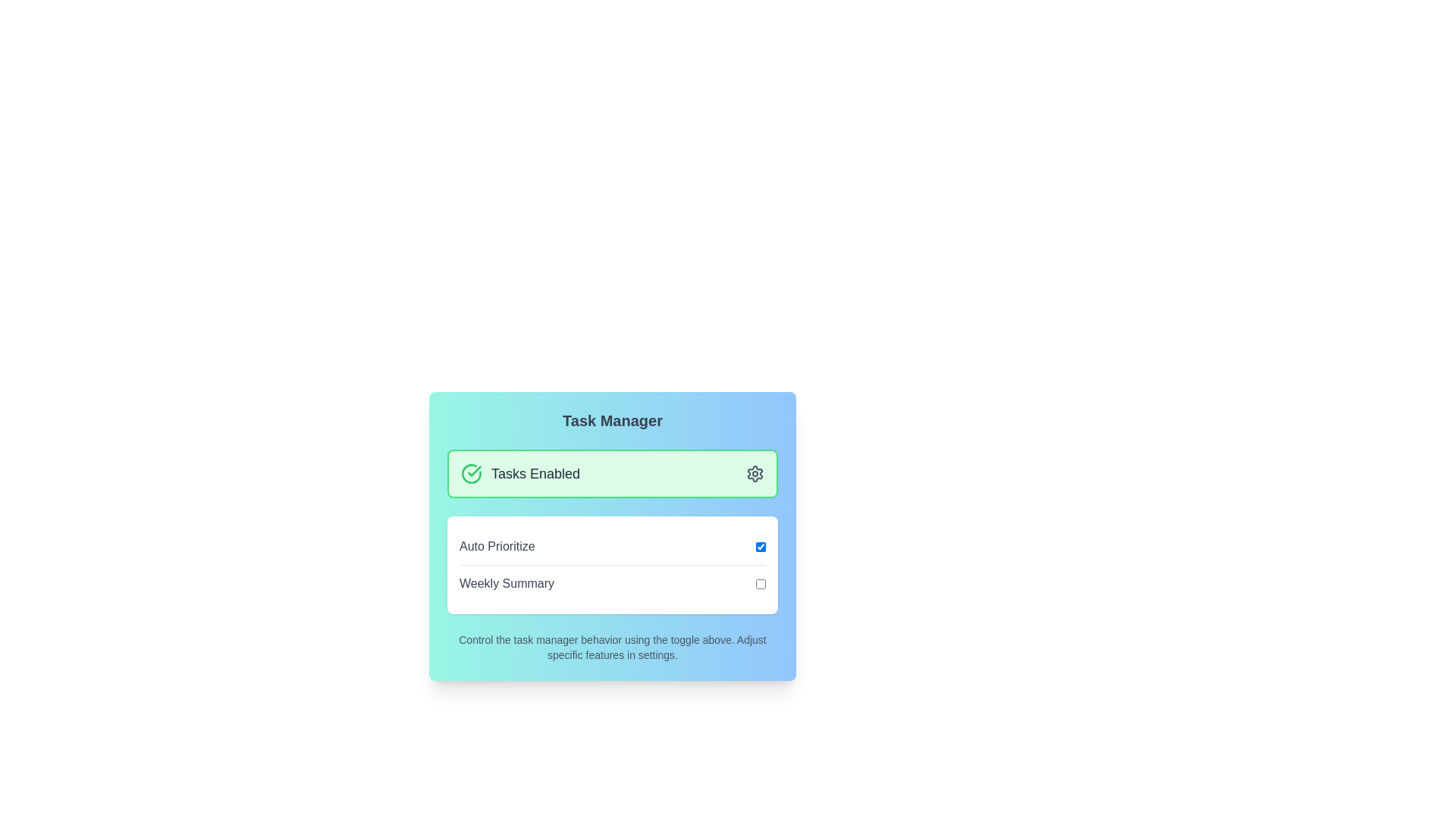 This screenshot has height=819, width=1456. I want to click on the checkmark icon indicating a confirmation or success status located inside the circular icon at the top-left of the 'Tasks Enabled' section, so click(474, 470).